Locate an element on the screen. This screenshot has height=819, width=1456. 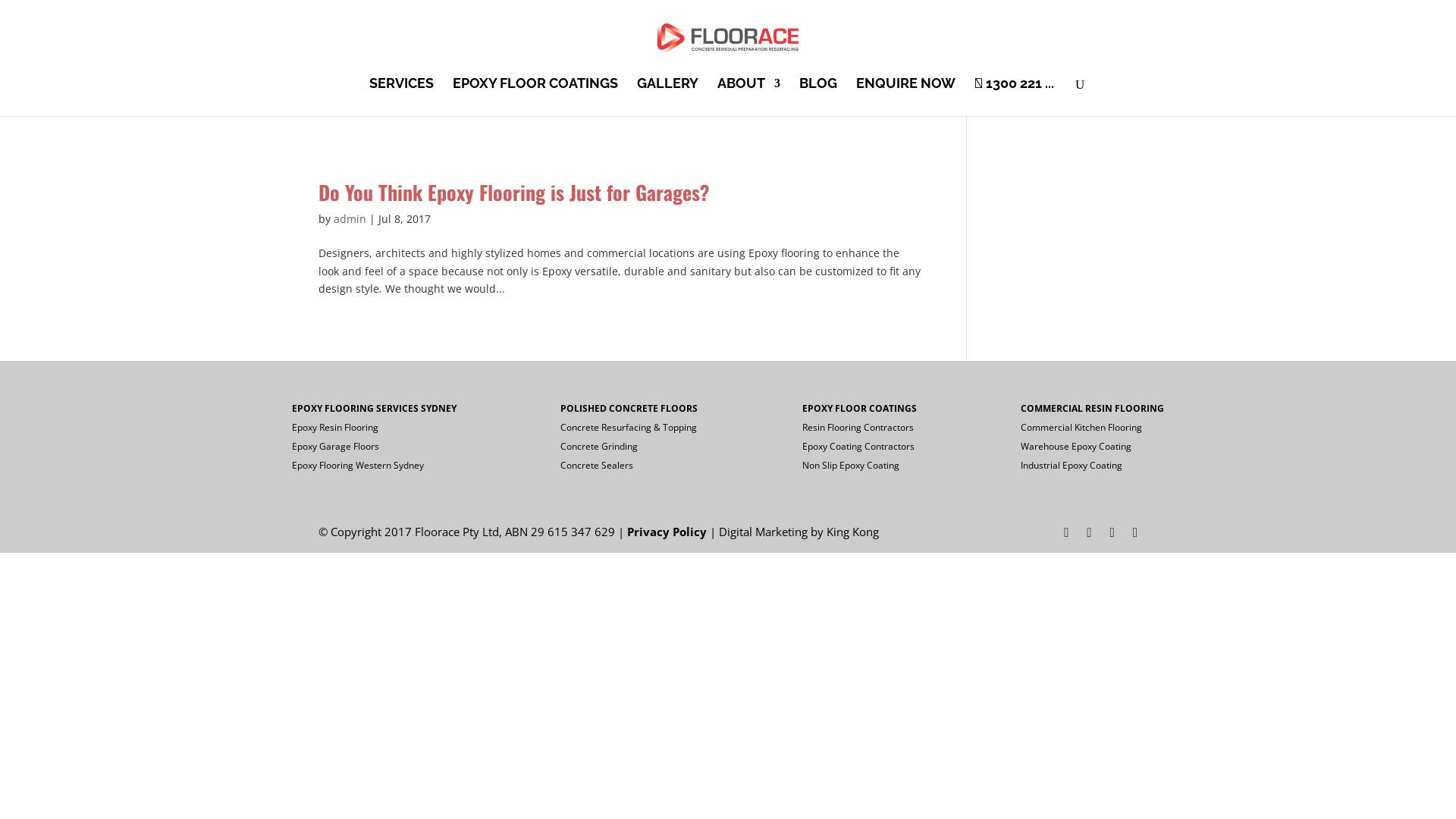
'SERVICES' is located at coordinates (401, 96).